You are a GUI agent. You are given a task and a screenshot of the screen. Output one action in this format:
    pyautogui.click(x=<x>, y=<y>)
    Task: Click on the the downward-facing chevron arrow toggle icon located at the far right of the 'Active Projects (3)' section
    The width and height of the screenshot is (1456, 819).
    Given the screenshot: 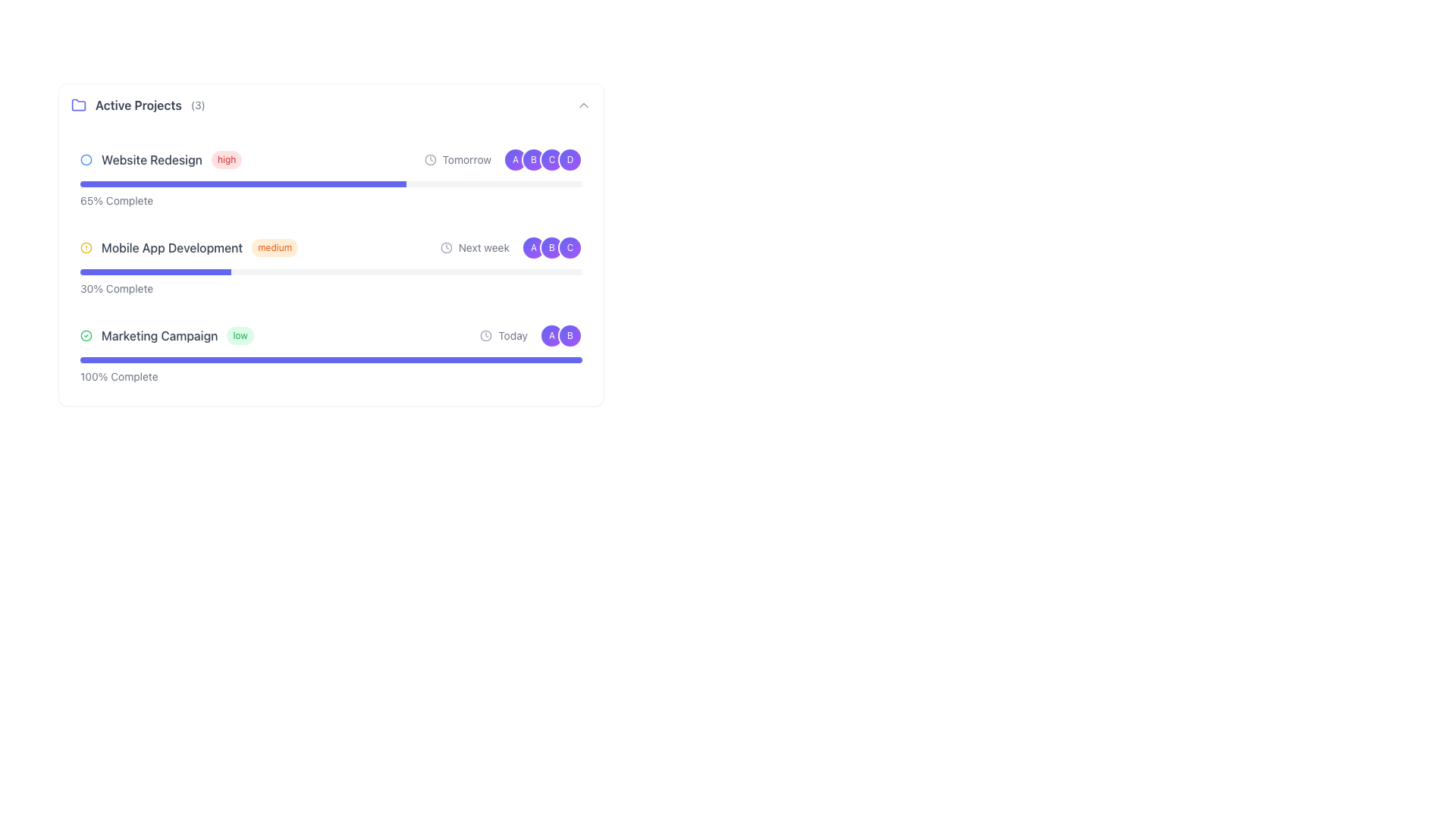 What is the action you would take?
    pyautogui.click(x=582, y=104)
    